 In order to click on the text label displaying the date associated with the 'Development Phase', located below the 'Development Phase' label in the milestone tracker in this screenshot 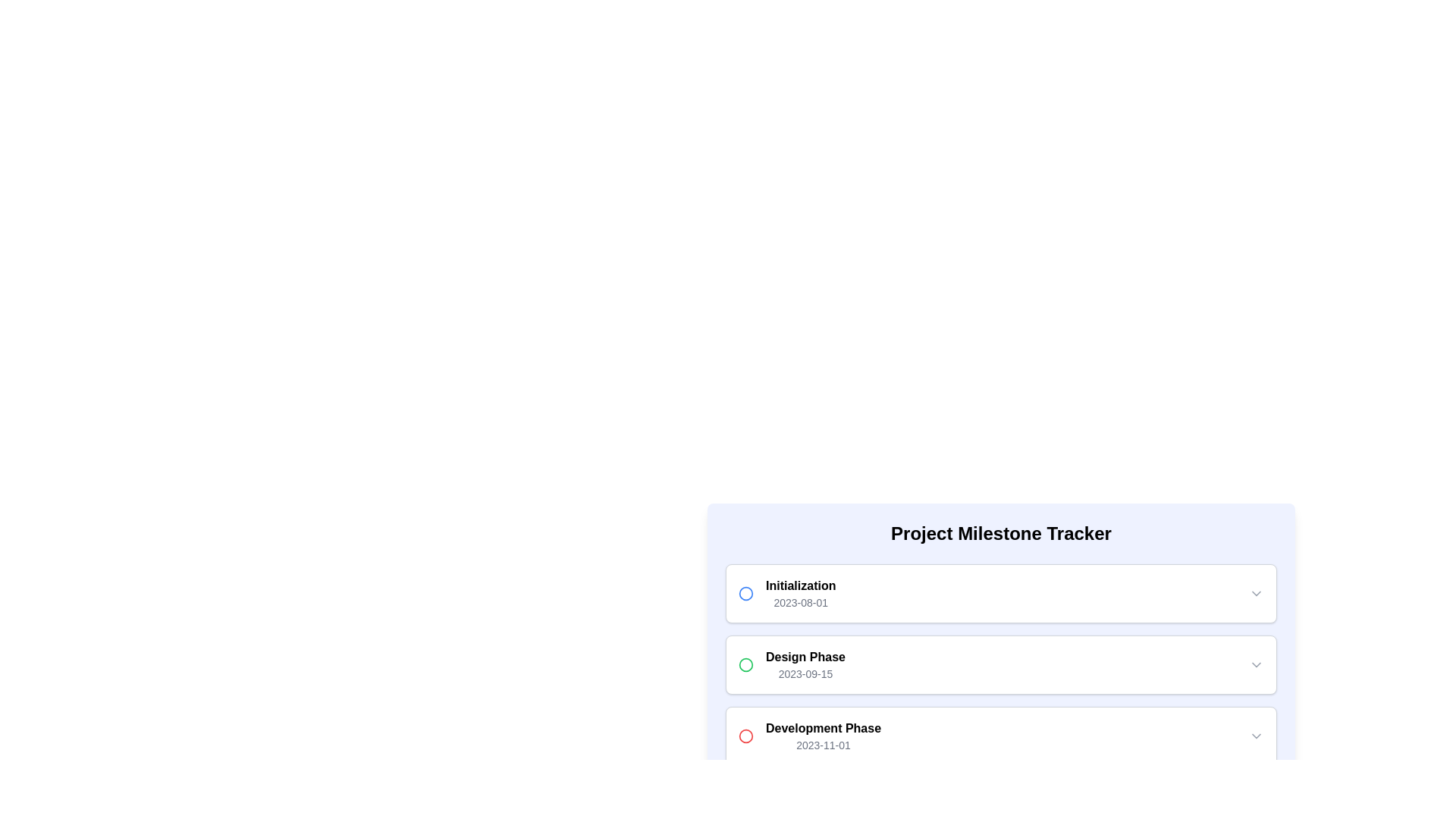, I will do `click(822, 745)`.